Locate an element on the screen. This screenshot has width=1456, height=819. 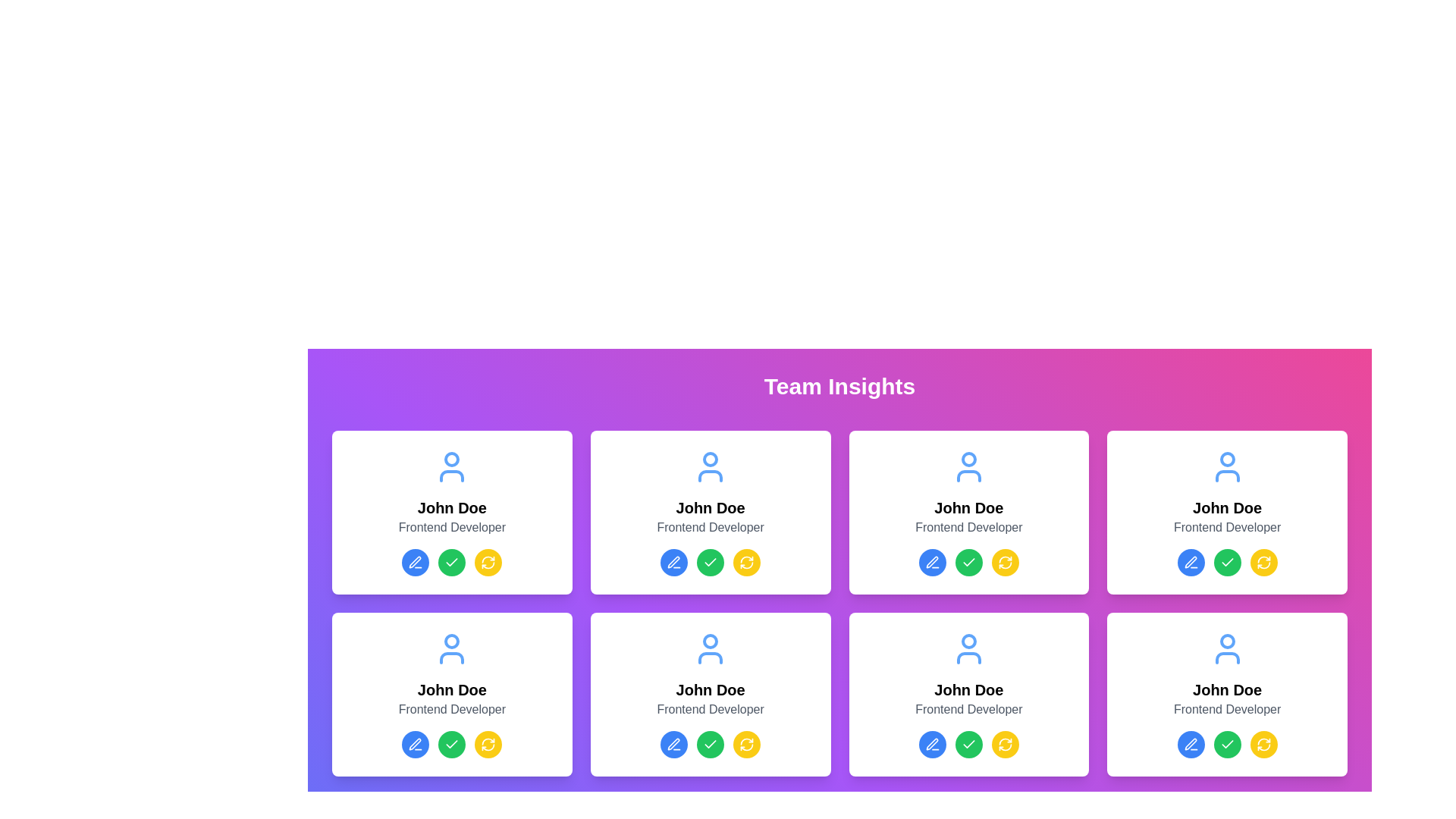
the lower component of the person icon located in the center card of the bottom row in the grid layout is located at coordinates (710, 657).